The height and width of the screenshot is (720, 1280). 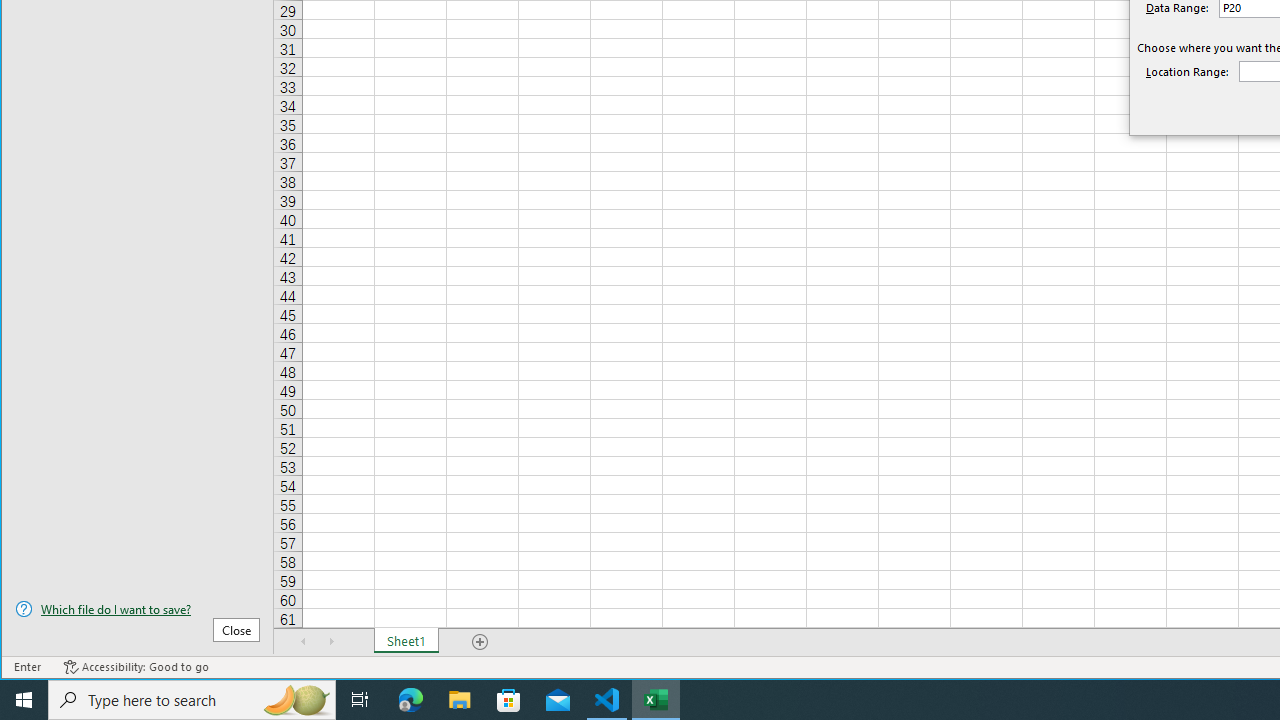 What do you see at coordinates (136, 608) in the screenshot?
I see `'Which file do I want to save?'` at bounding box center [136, 608].